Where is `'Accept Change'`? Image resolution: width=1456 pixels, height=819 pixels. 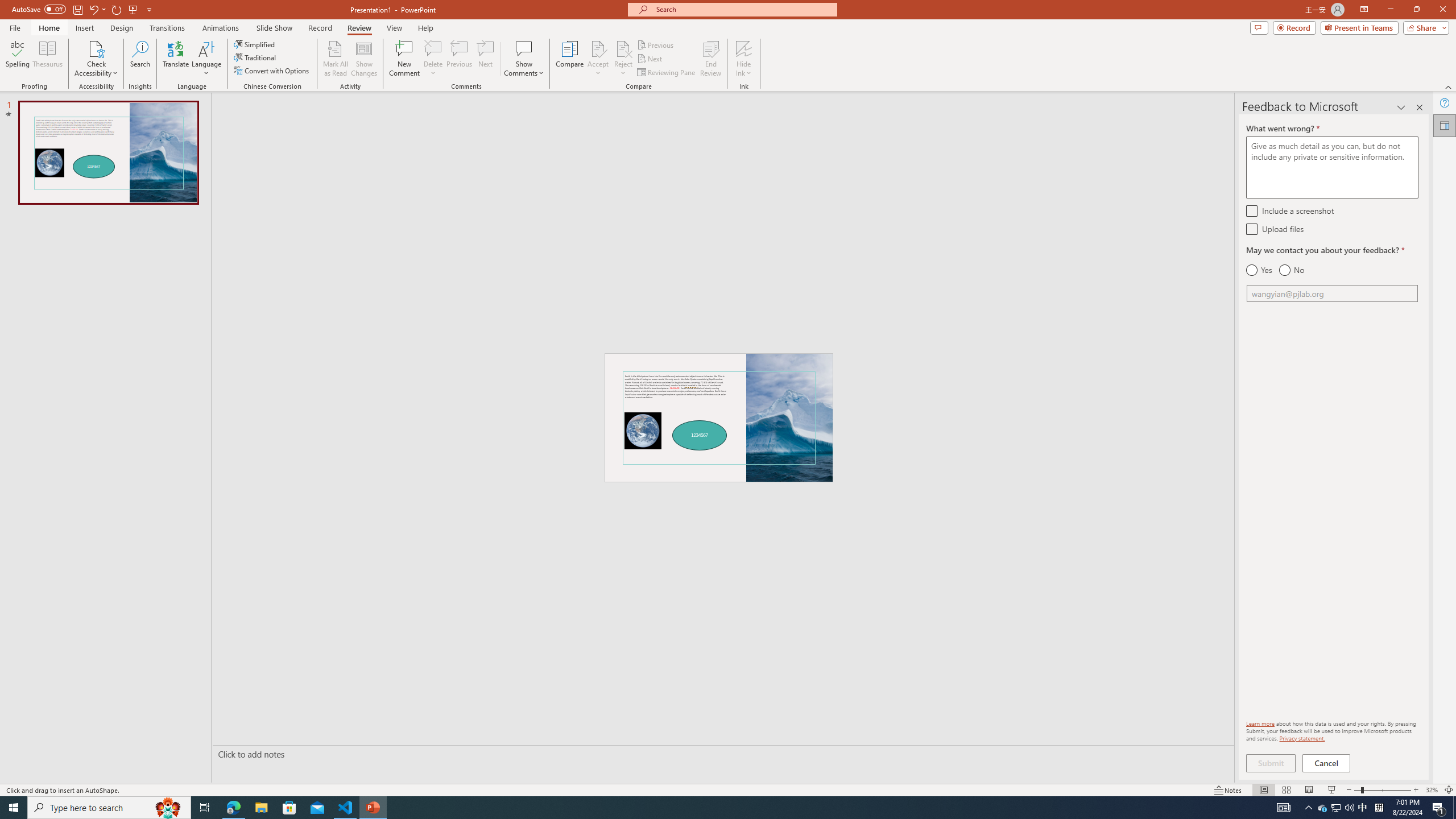
'Accept Change' is located at coordinates (598, 48).